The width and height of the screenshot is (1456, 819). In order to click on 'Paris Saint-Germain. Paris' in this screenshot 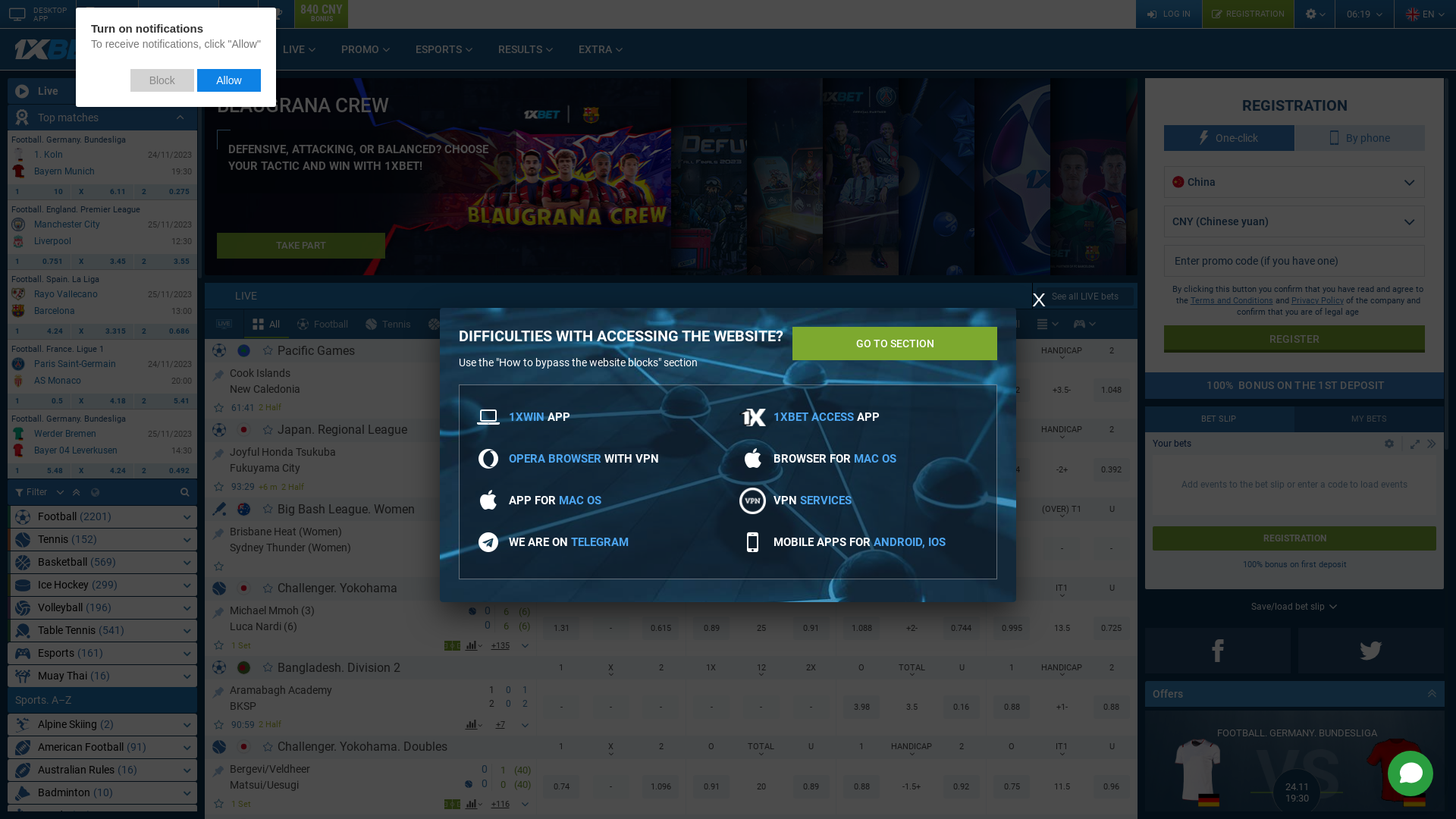, I will do `click(18, 363)`.